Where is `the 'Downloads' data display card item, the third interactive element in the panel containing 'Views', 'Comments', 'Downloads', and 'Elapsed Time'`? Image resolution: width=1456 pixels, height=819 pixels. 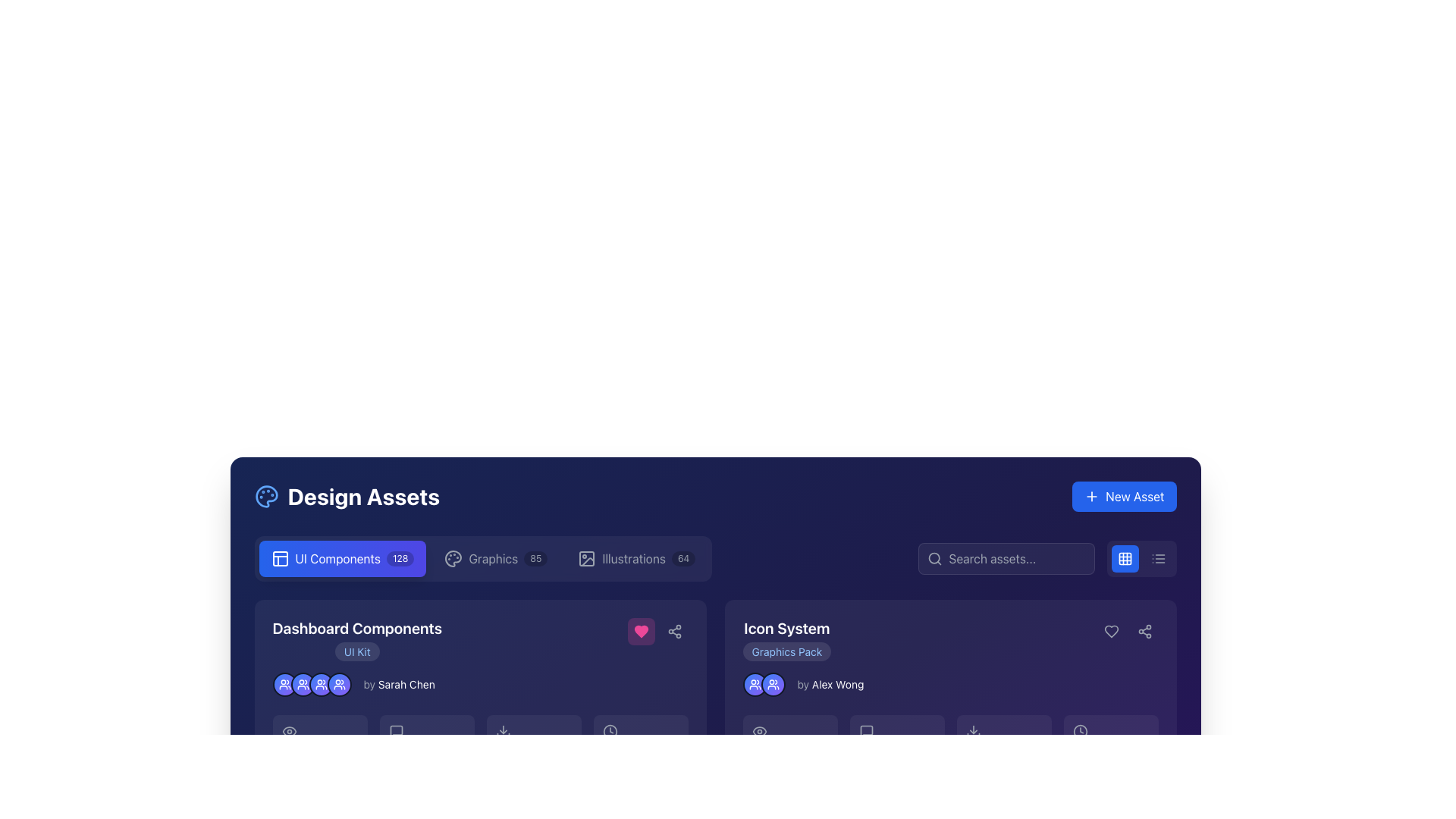
the 'Downloads' data display card item, the third interactive element in the panel containing 'Views', 'Comments', 'Downloads', and 'Elapsed Time' is located at coordinates (479, 742).